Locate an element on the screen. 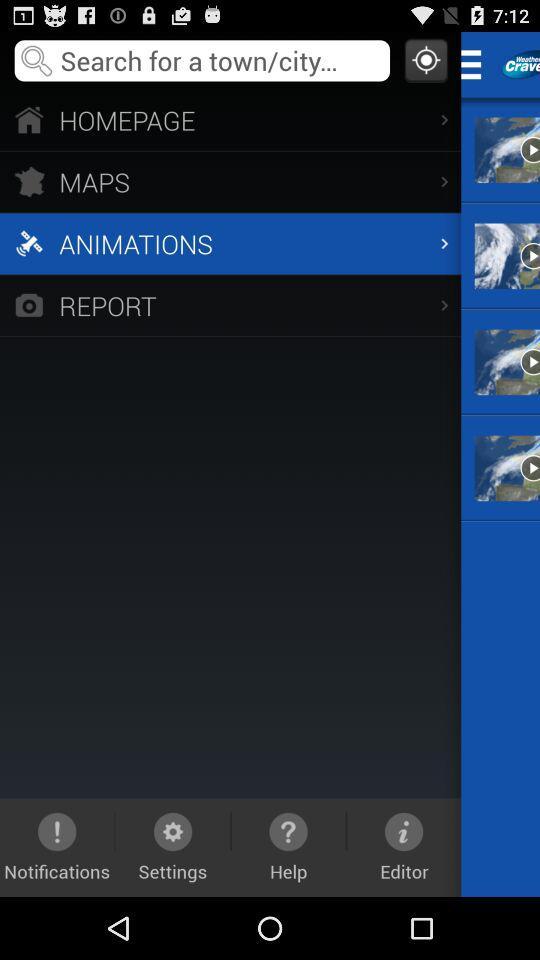 The image size is (540, 960). icon at the bottom right corner is located at coordinates (404, 846).